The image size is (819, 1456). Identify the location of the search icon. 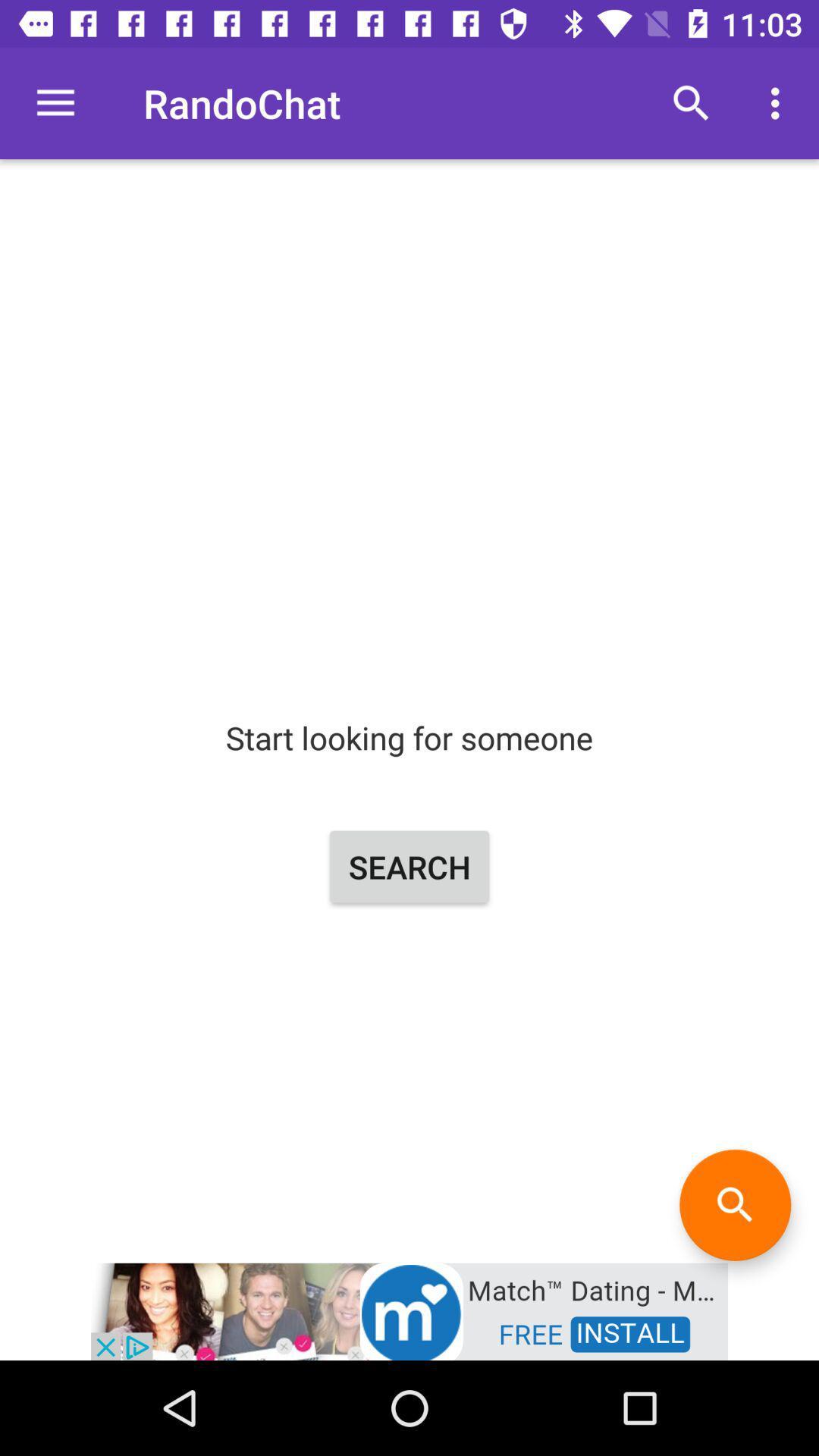
(734, 1204).